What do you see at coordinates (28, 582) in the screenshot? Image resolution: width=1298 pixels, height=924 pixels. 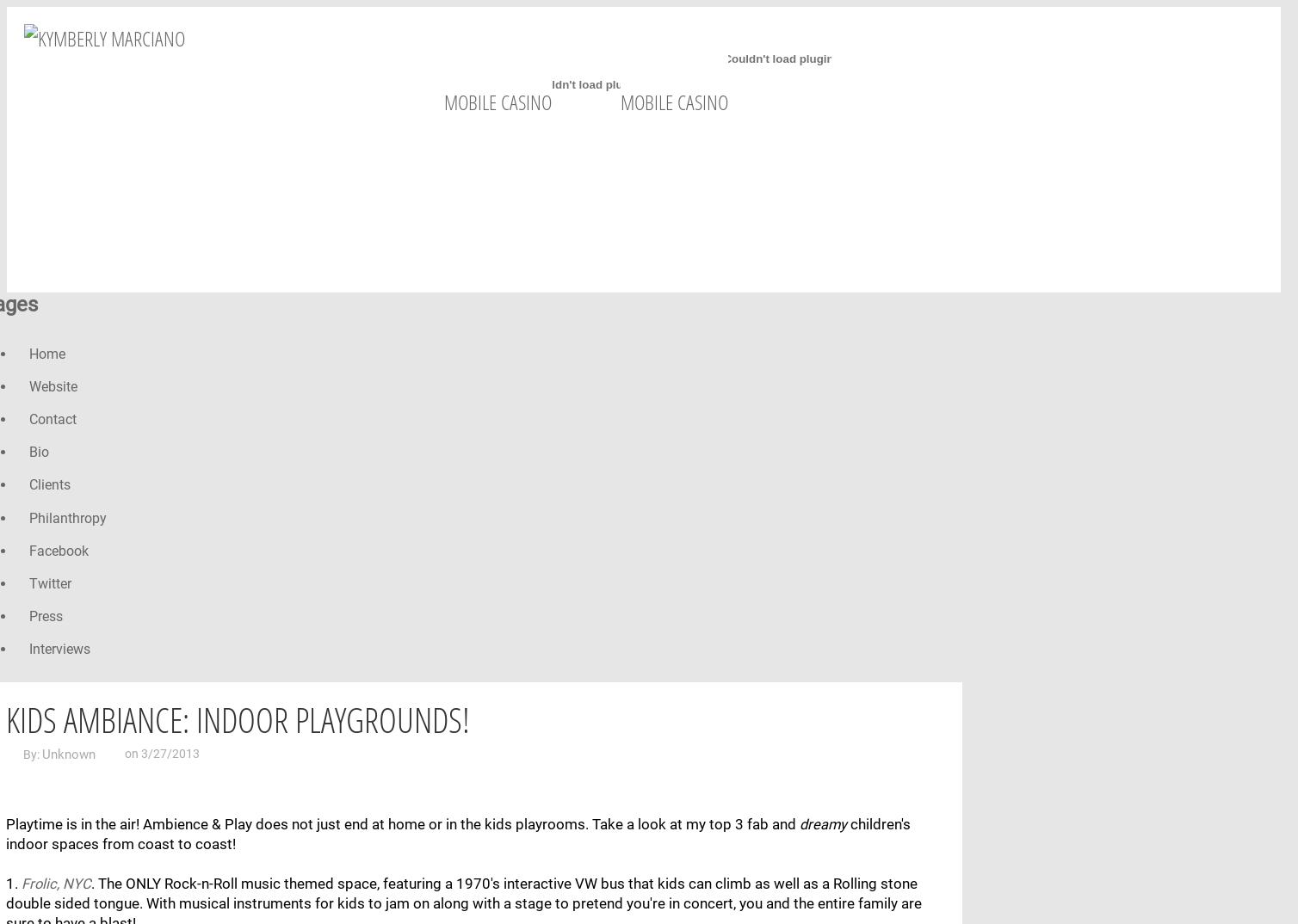 I see `'Twitter'` at bounding box center [28, 582].